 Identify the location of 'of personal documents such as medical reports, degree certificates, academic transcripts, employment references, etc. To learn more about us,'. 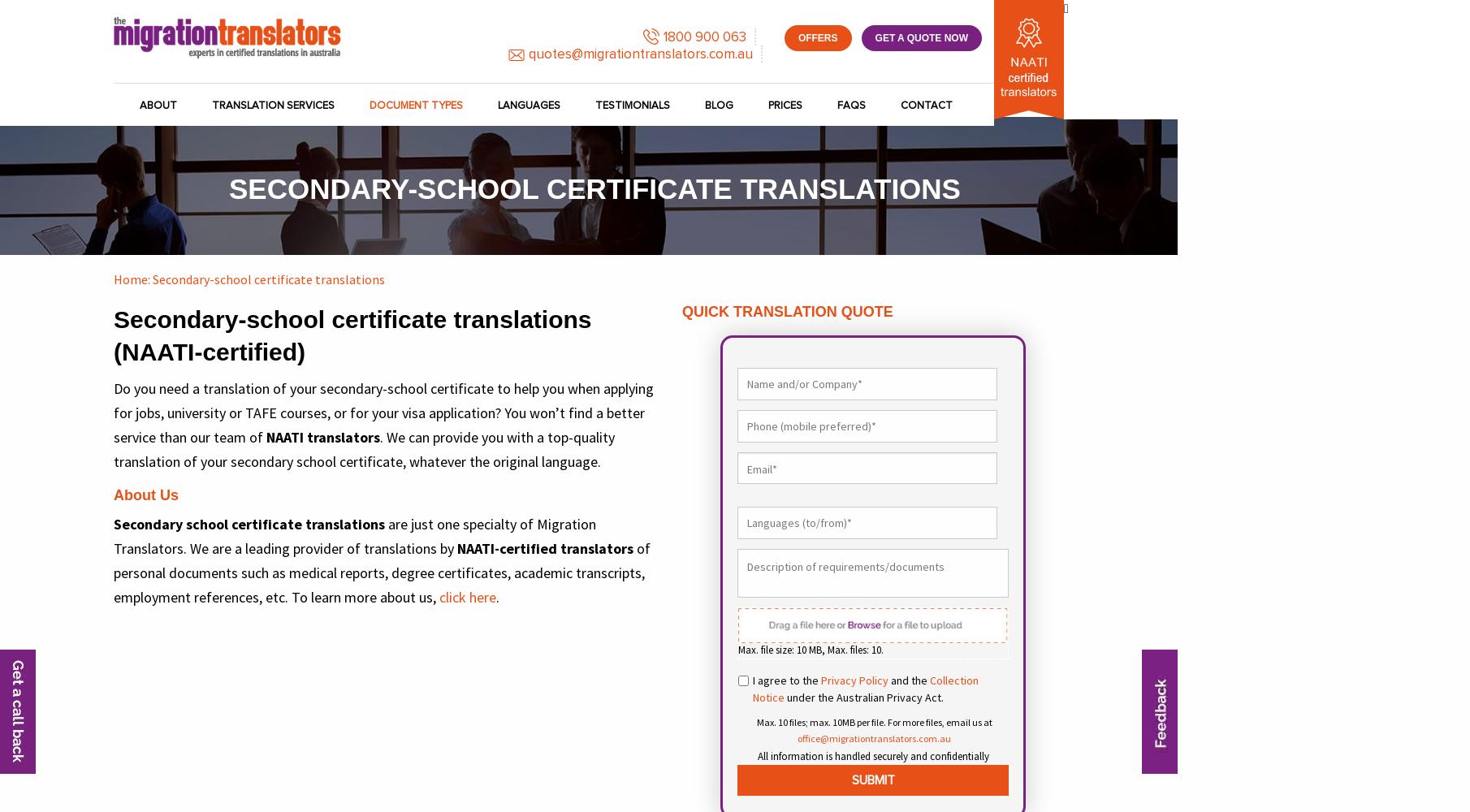
(381, 572).